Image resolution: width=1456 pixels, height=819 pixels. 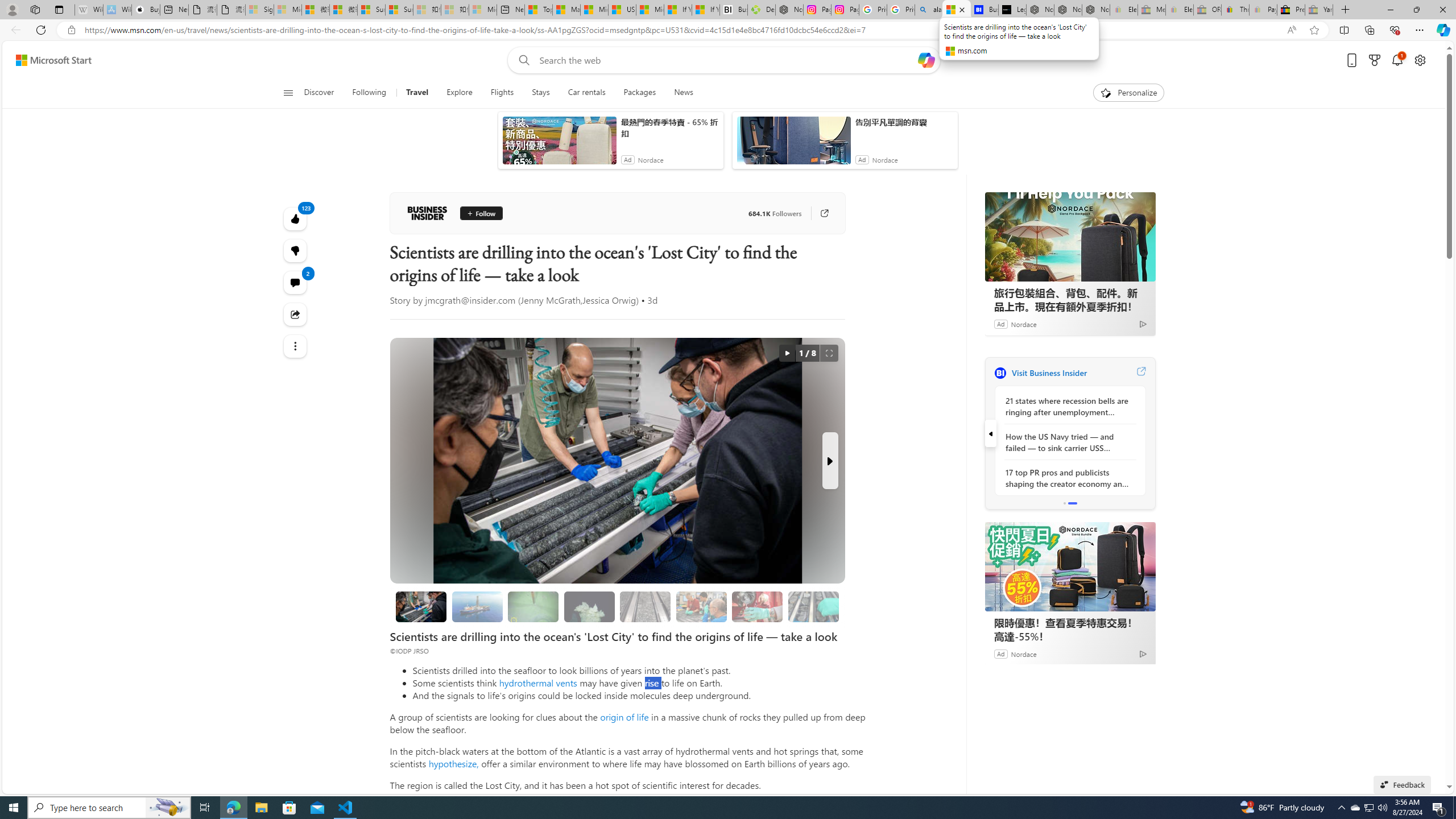 What do you see at coordinates (459, 92) in the screenshot?
I see `'Explore'` at bounding box center [459, 92].